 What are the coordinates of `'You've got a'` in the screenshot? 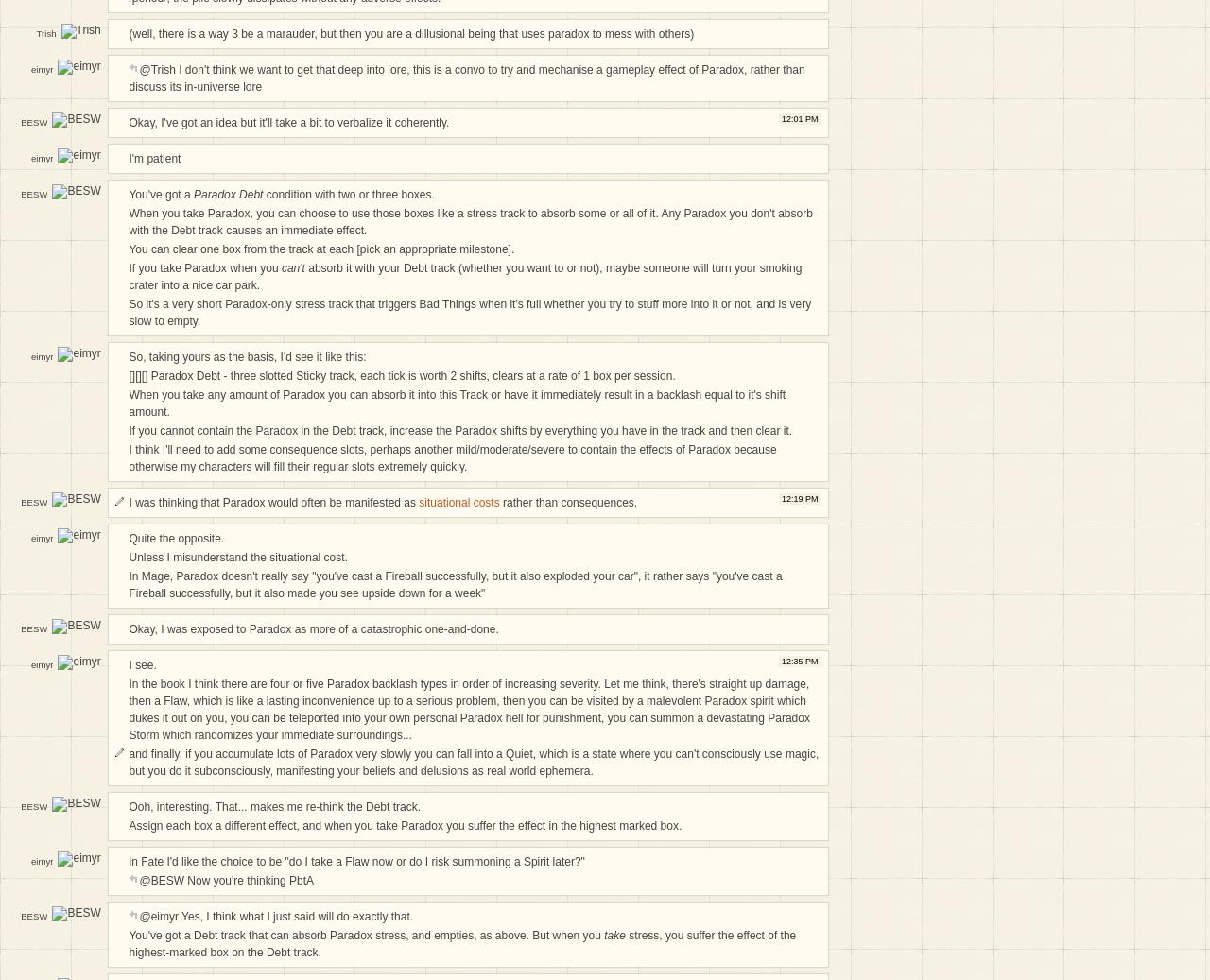 It's located at (161, 193).